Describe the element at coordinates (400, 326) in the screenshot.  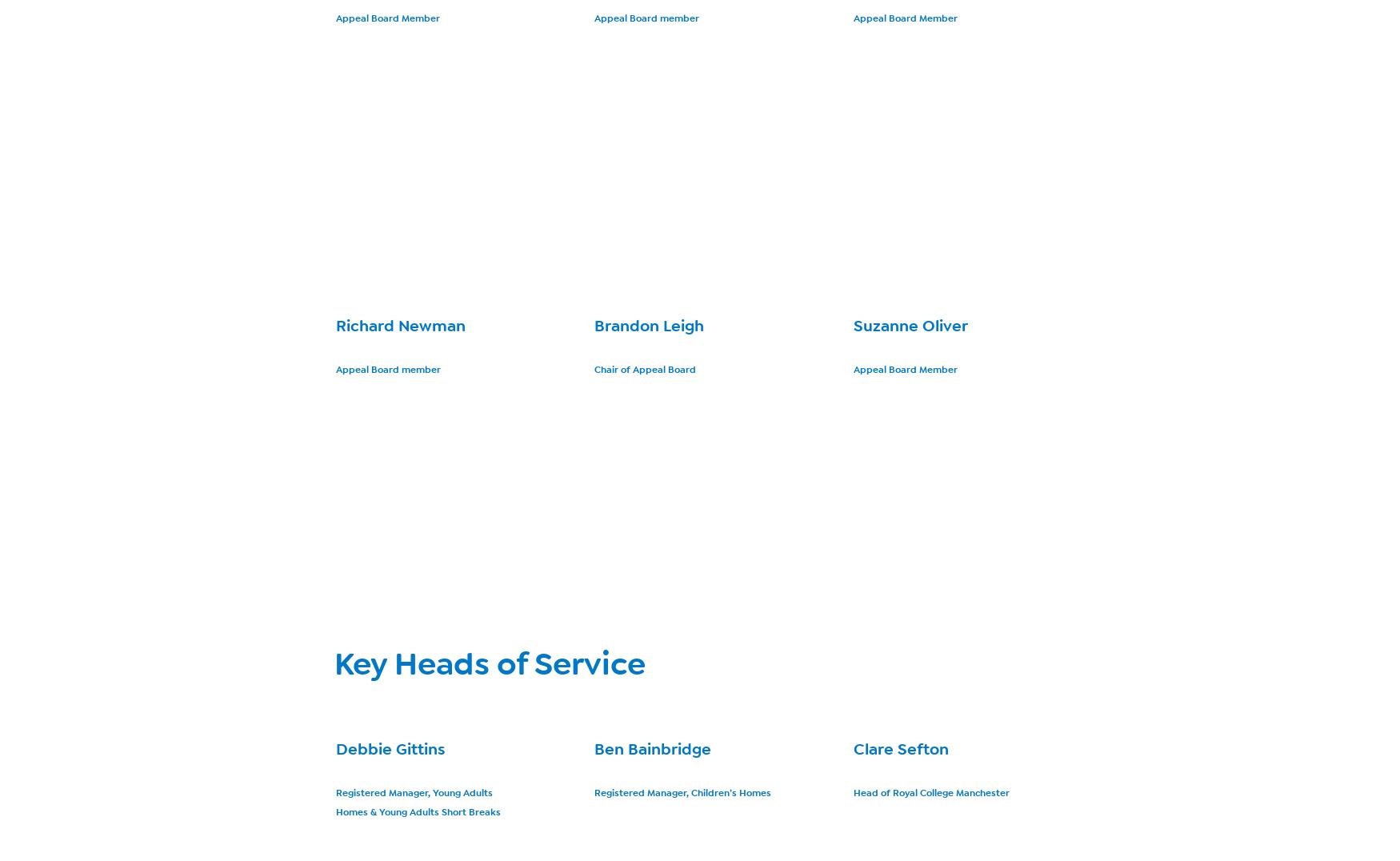
I see `'Richard Newman'` at that location.